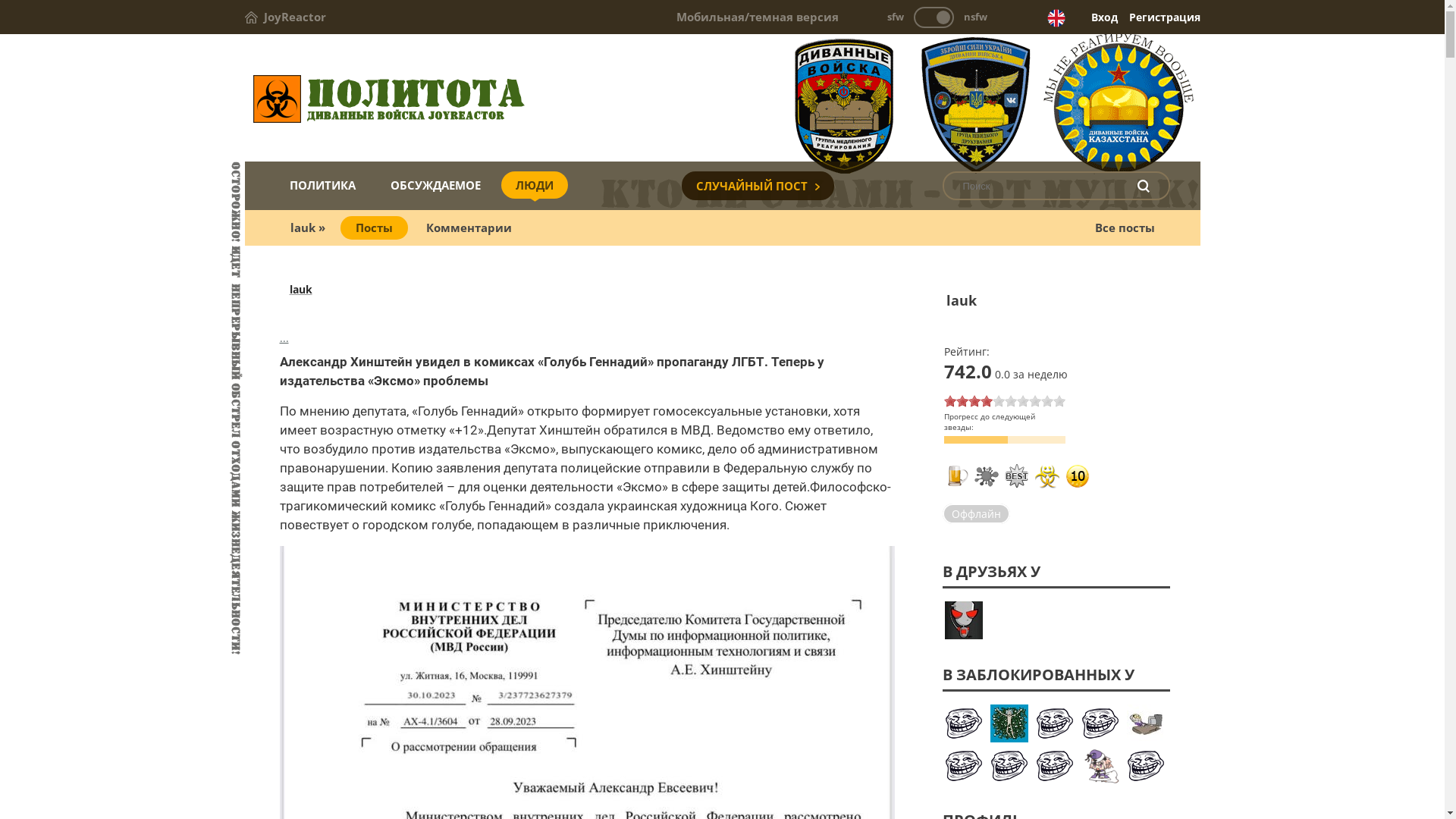  What do you see at coordinates (944, 766) in the screenshot?
I see `'BitchesAndWhores'` at bounding box center [944, 766].